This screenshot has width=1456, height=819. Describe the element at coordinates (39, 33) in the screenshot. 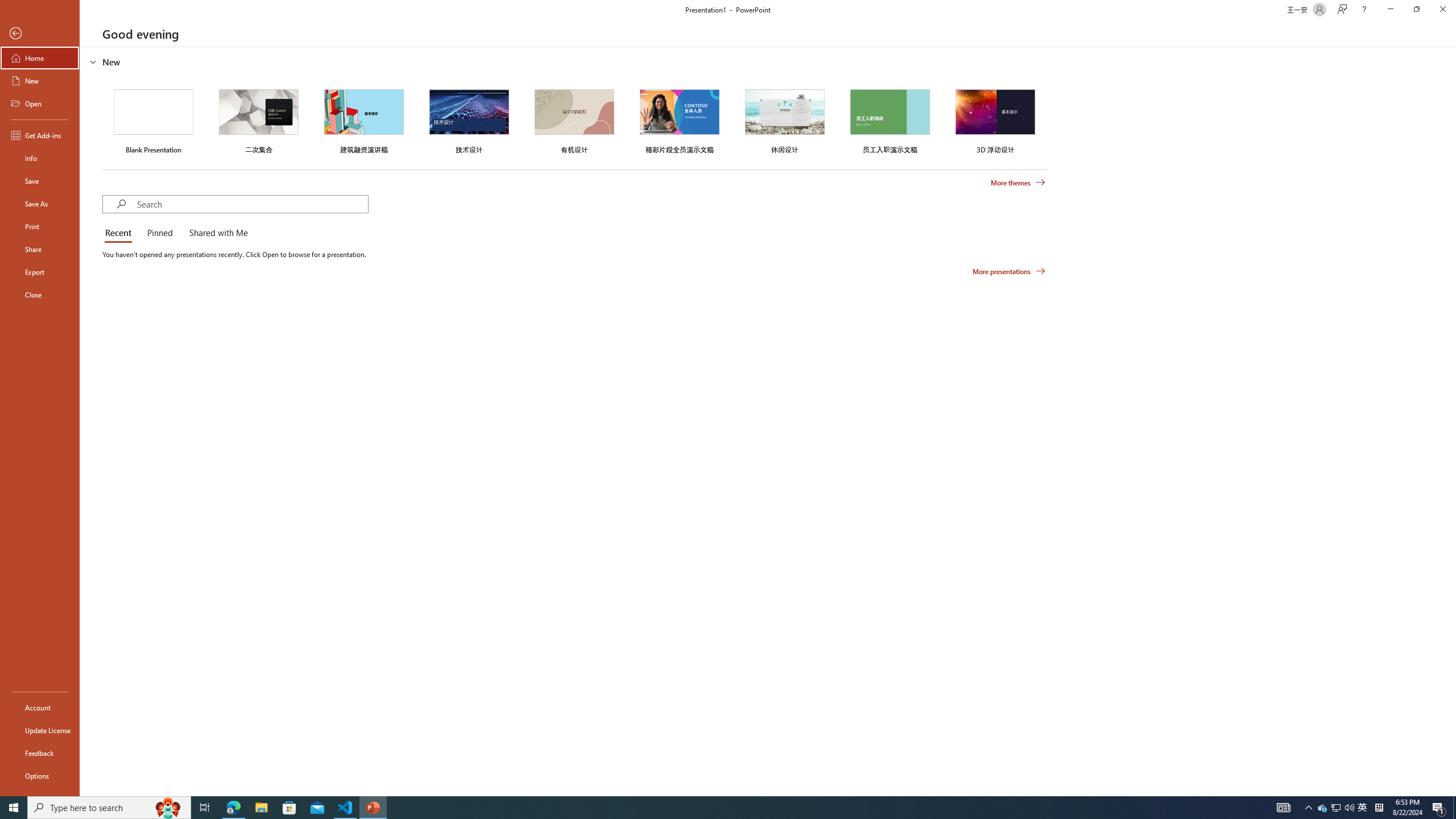

I see `'Back'` at that location.